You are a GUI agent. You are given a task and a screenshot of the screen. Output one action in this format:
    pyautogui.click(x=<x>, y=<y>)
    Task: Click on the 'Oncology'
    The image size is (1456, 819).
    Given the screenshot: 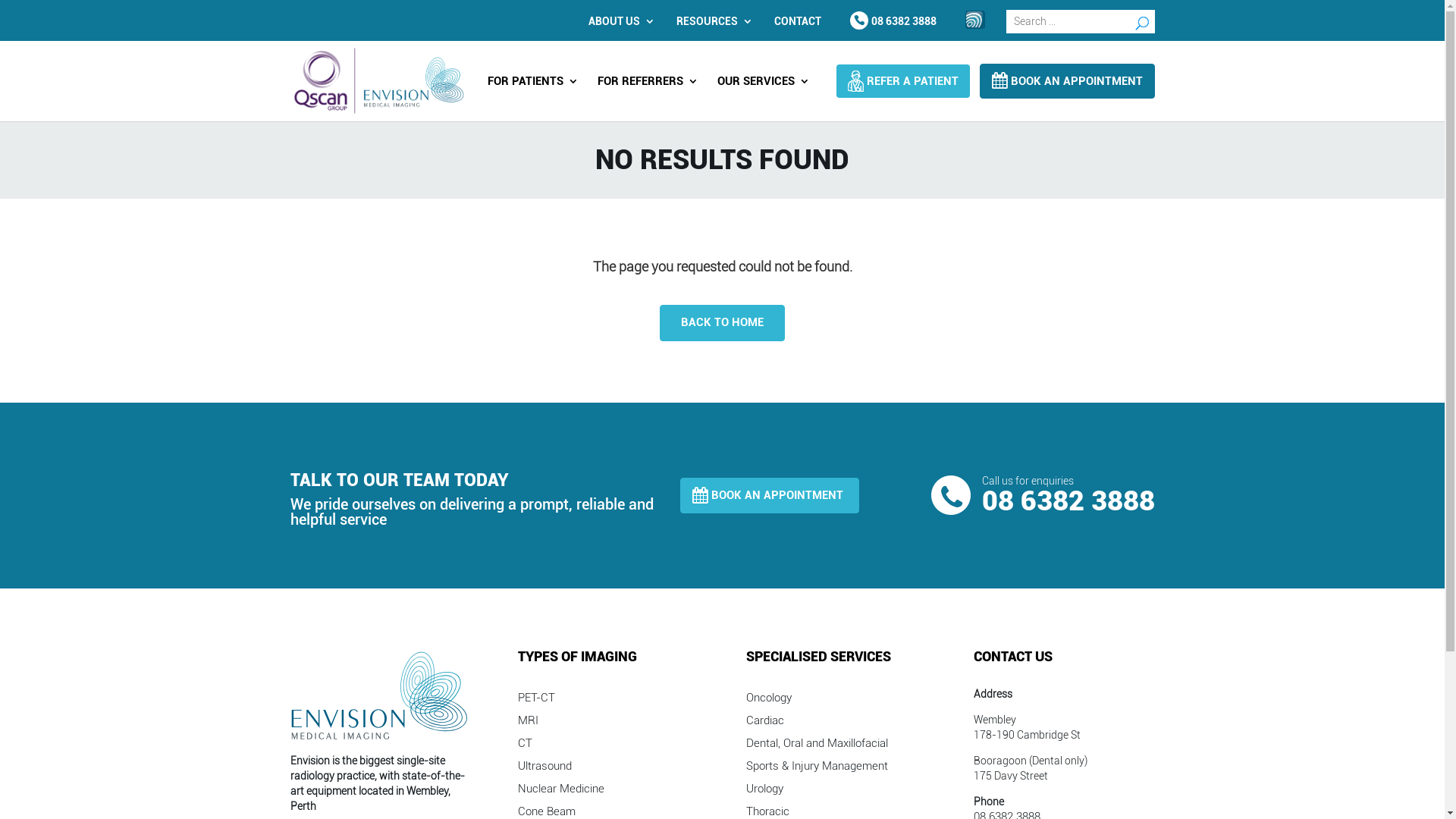 What is the action you would take?
    pyautogui.click(x=768, y=701)
    